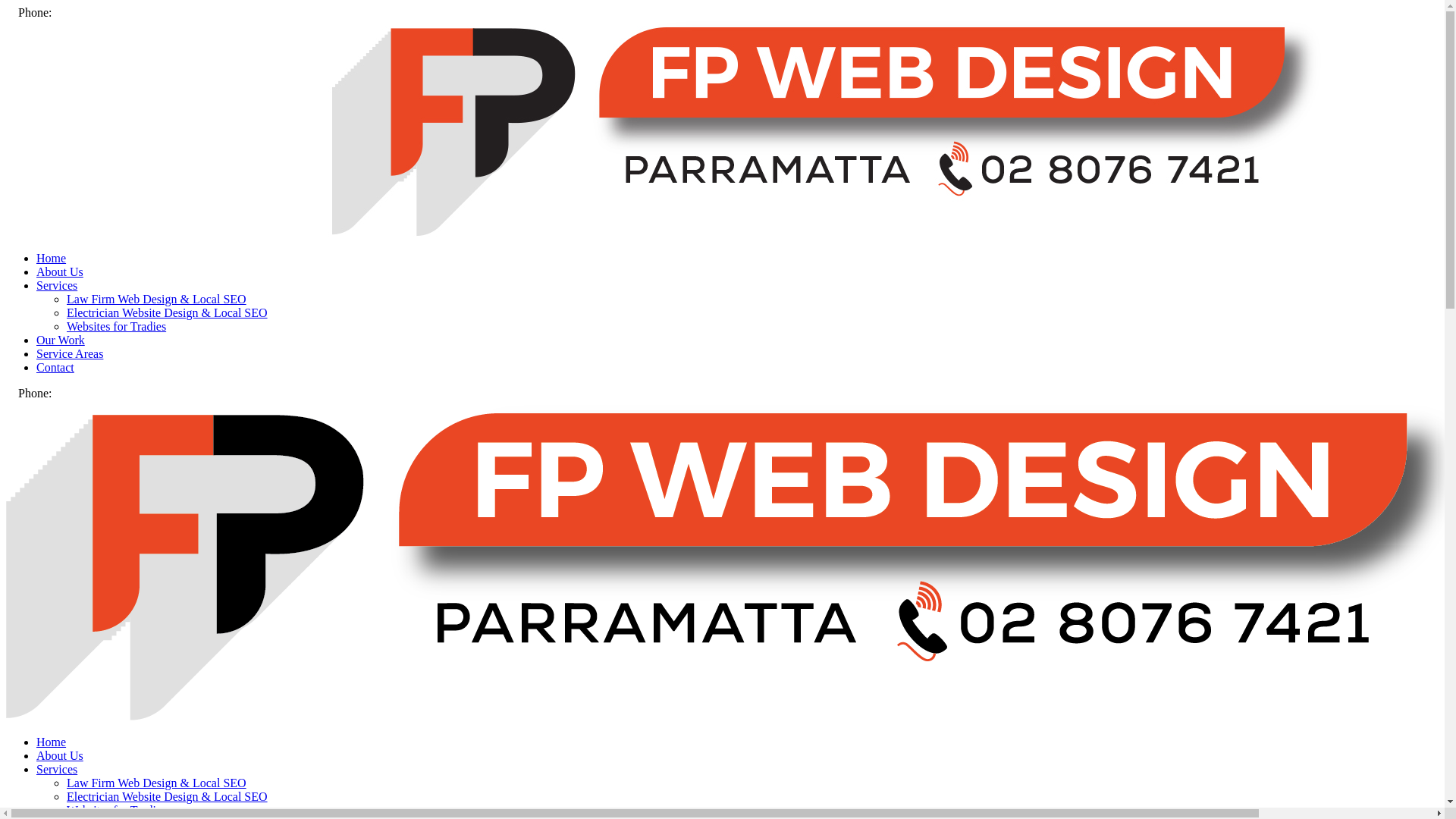 Image resolution: width=1456 pixels, height=819 pixels. I want to click on 'Services', so click(36, 285).